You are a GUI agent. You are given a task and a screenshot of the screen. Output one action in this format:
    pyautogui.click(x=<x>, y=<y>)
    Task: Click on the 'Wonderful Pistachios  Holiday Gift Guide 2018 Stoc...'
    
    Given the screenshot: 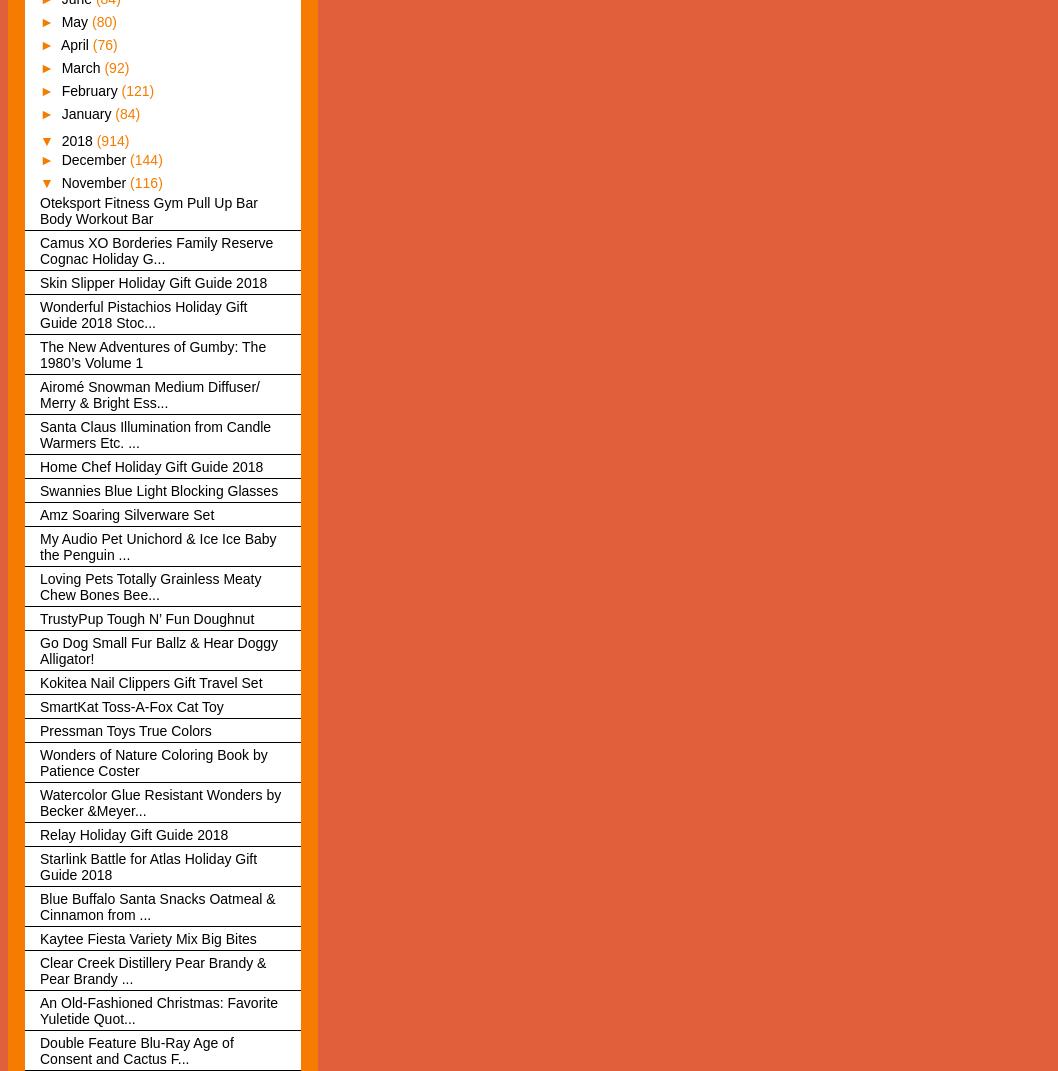 What is the action you would take?
    pyautogui.click(x=39, y=313)
    